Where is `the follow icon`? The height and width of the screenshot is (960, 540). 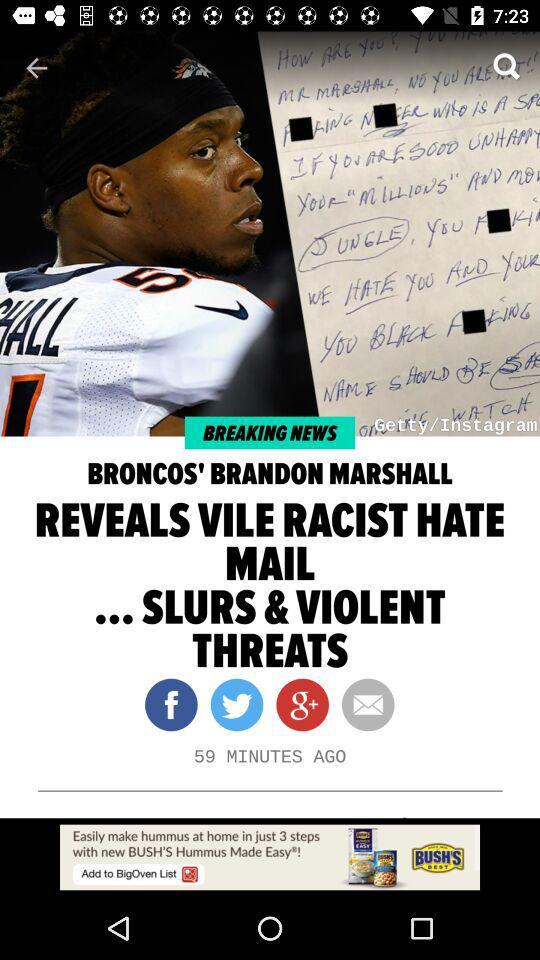 the follow icon is located at coordinates (295, 705).